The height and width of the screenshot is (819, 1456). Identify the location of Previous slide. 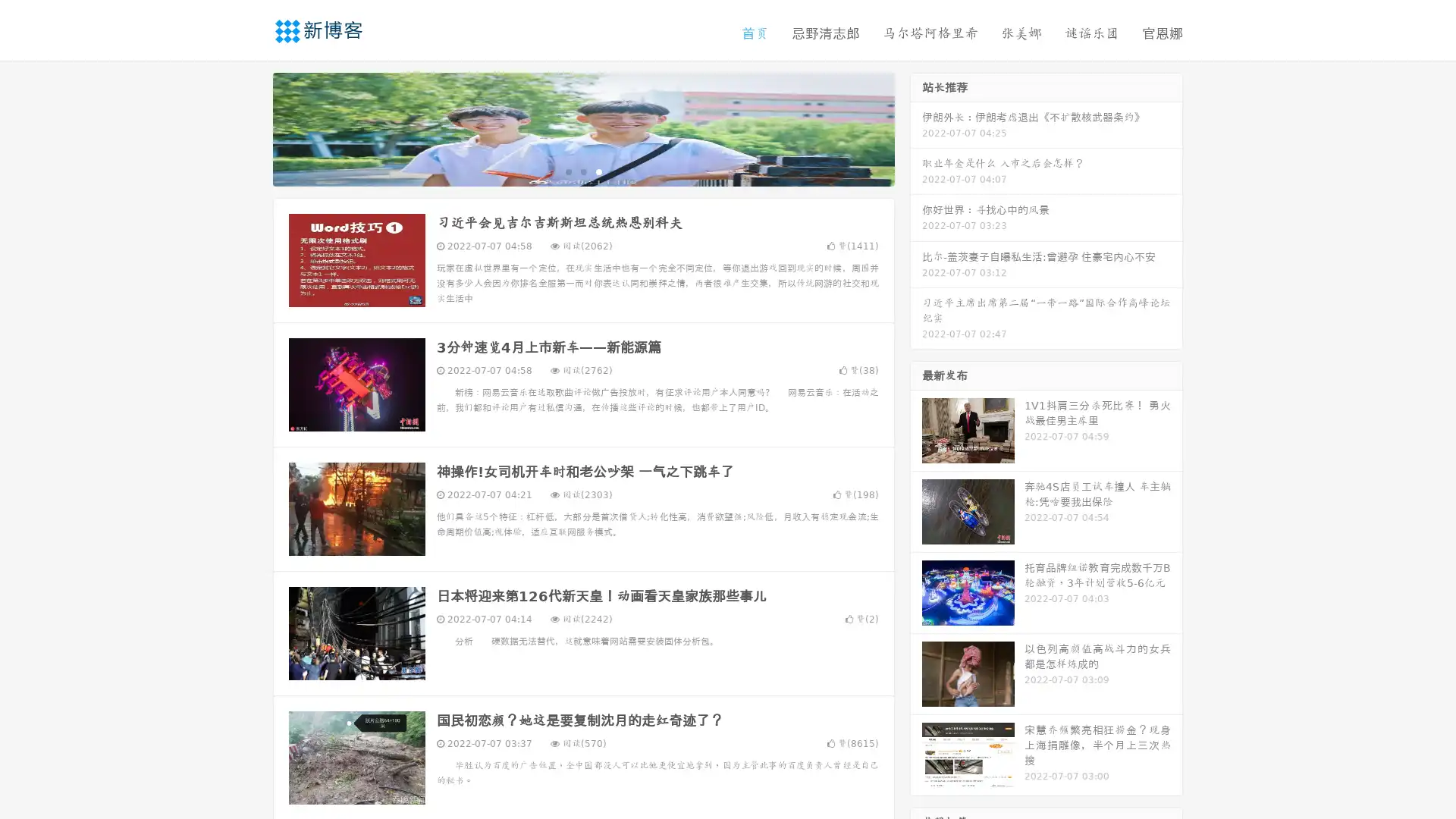
(250, 127).